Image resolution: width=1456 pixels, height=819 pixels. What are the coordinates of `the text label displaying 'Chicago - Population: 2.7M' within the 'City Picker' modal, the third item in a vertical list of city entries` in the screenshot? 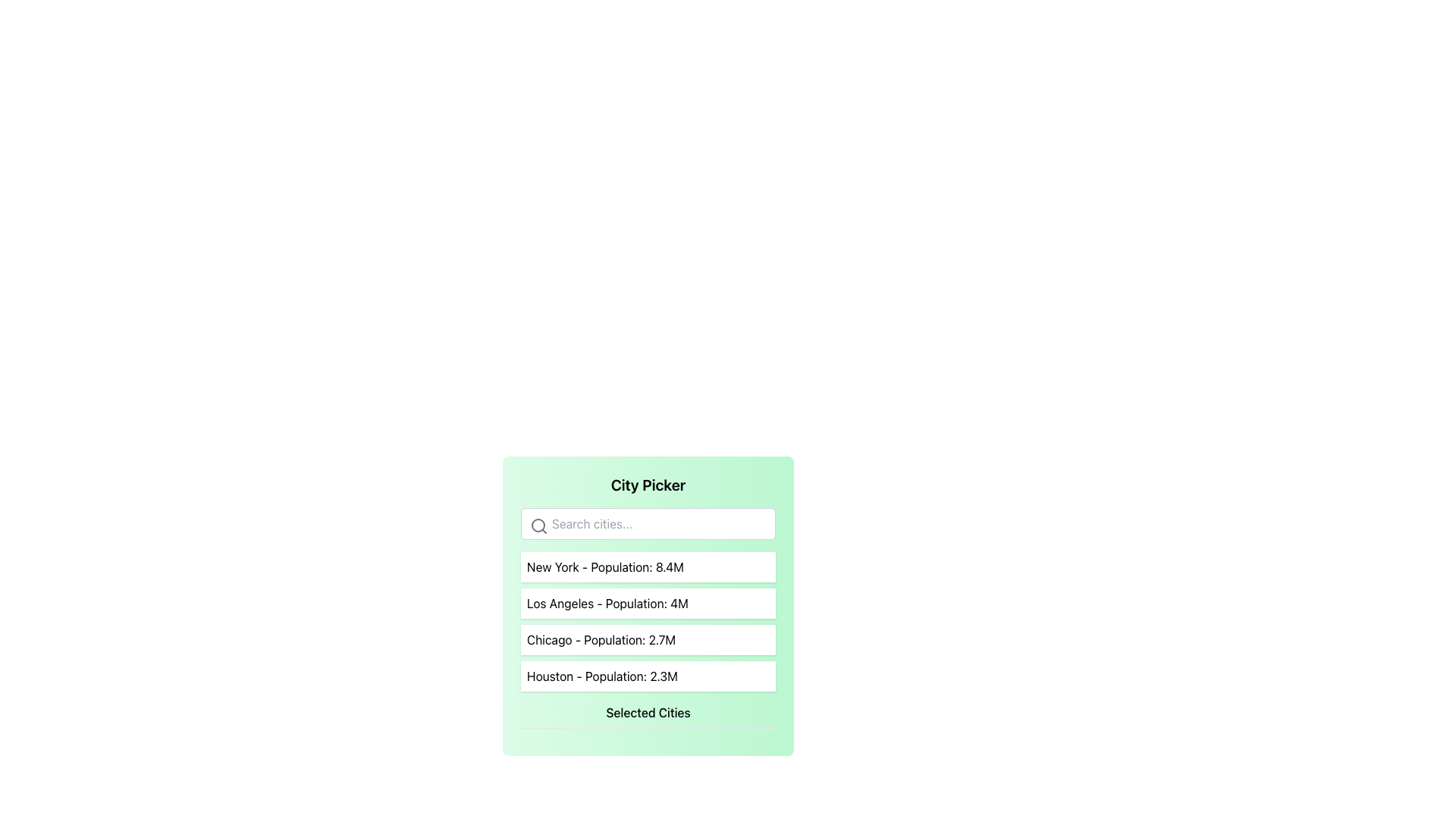 It's located at (601, 640).